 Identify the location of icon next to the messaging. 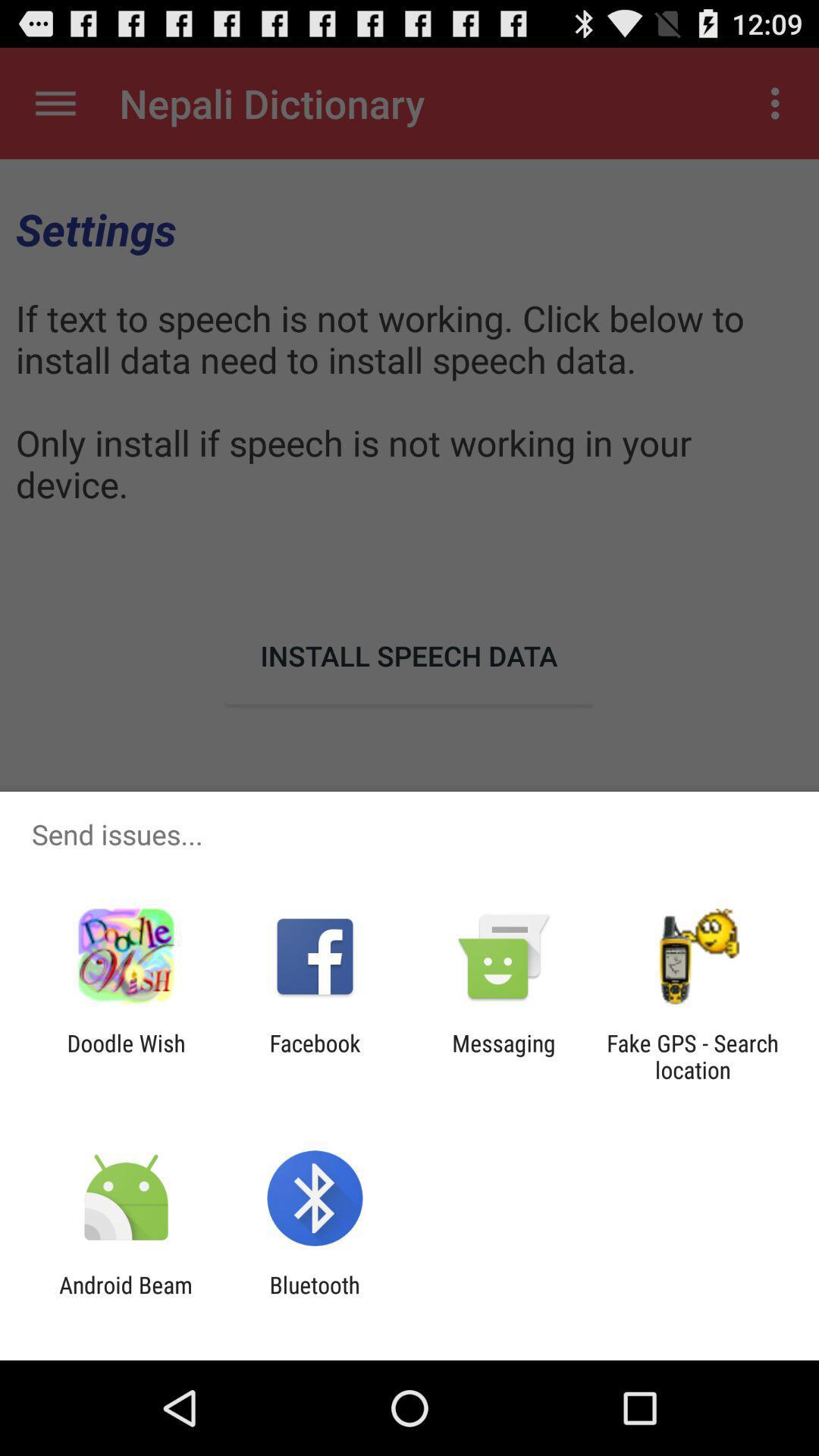
(314, 1056).